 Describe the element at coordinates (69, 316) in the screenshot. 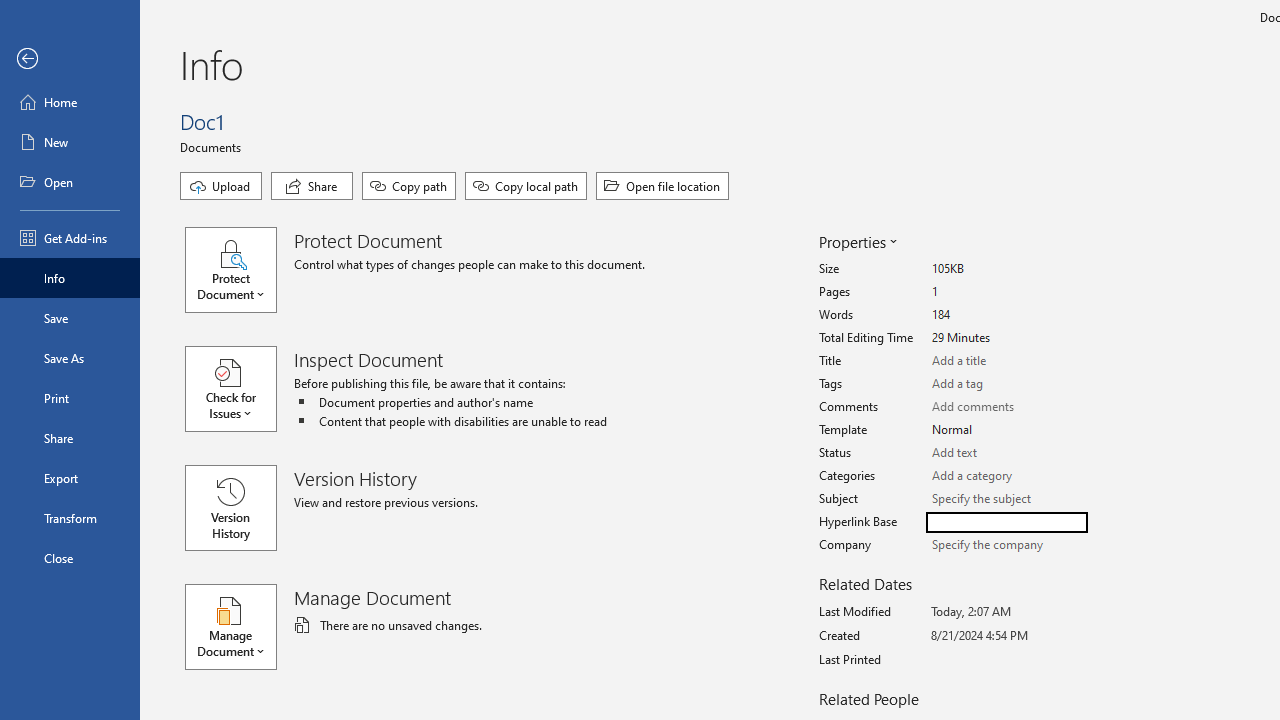

I see `'Save'` at that location.